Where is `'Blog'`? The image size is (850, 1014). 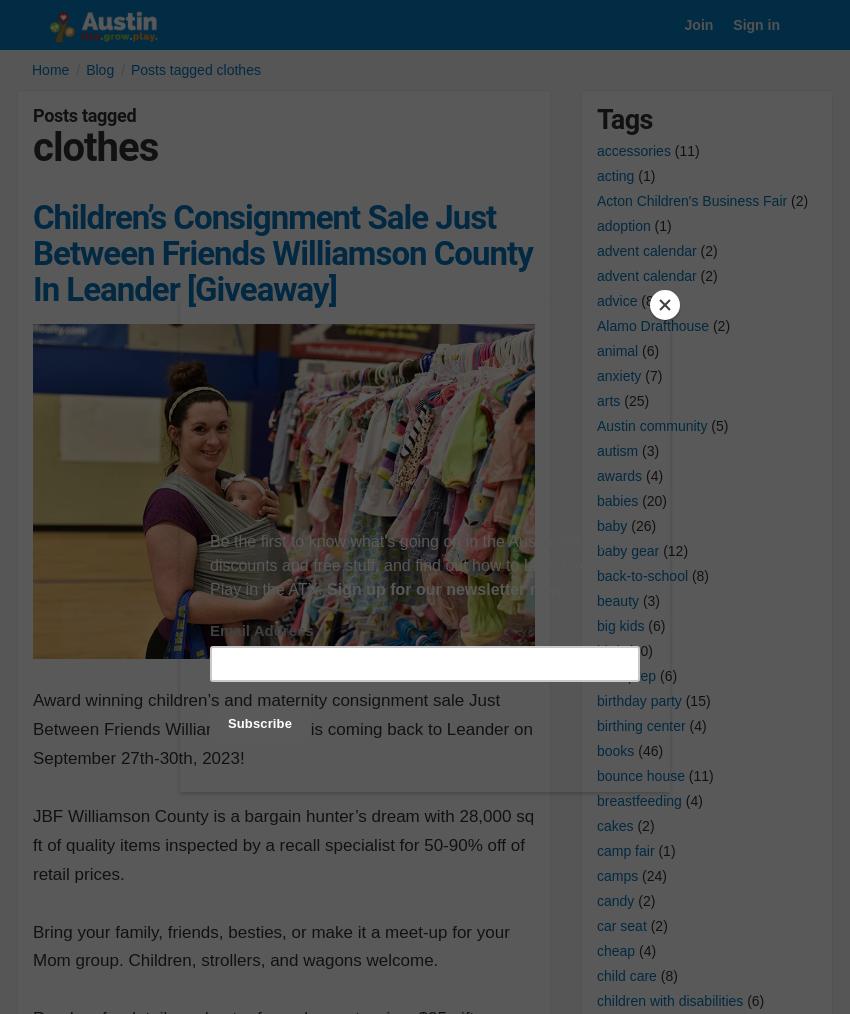
'Blog' is located at coordinates (98, 68).